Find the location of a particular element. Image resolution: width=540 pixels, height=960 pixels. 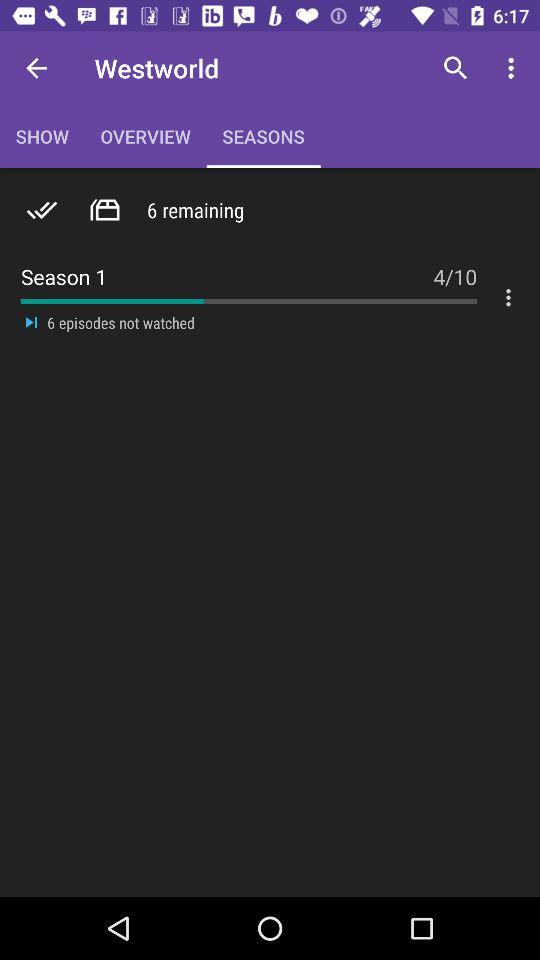

the item next to the overview item is located at coordinates (36, 68).